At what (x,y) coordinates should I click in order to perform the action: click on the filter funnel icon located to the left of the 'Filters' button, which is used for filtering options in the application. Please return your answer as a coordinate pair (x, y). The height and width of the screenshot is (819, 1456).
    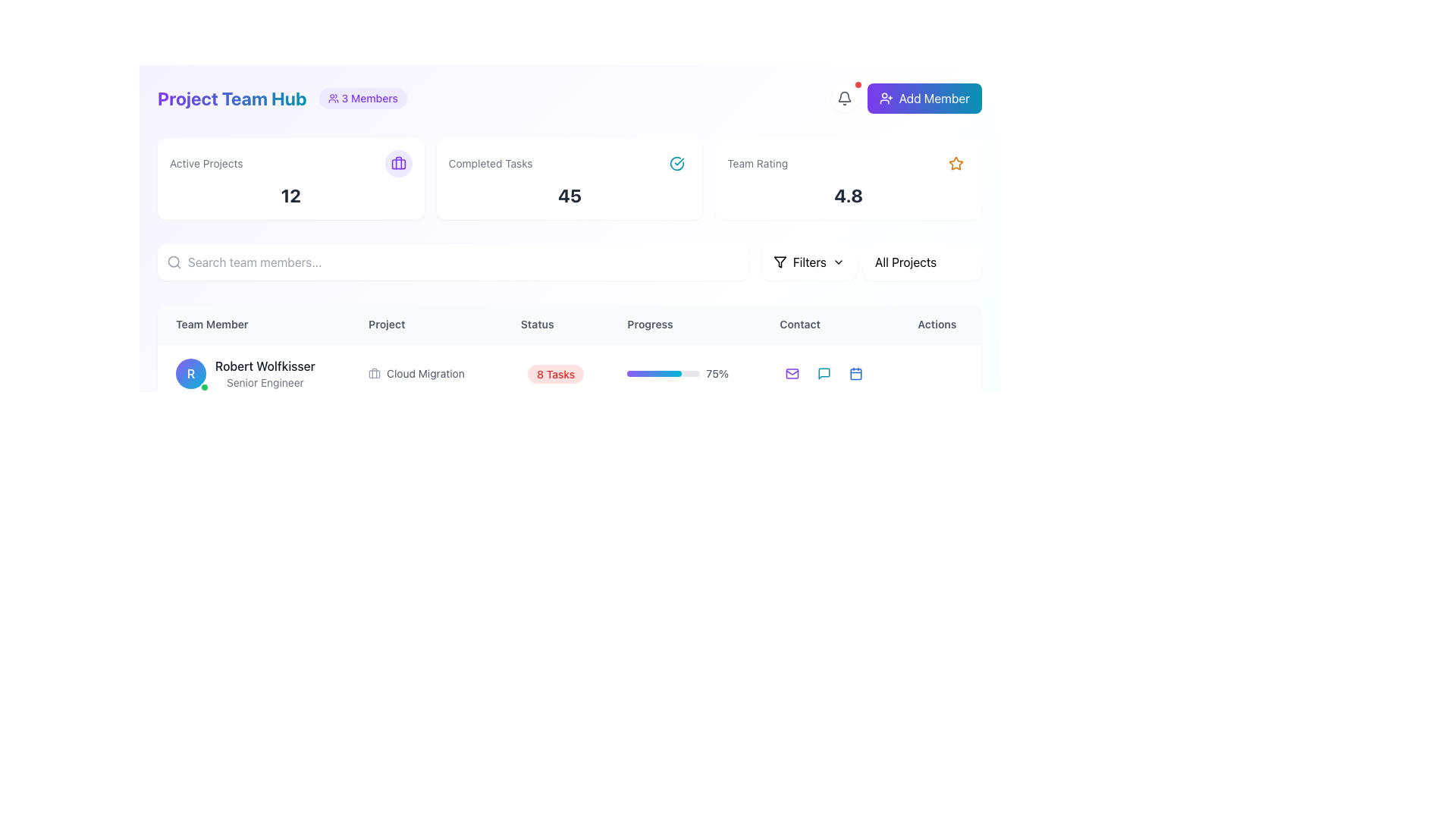
    Looking at the image, I should click on (780, 262).